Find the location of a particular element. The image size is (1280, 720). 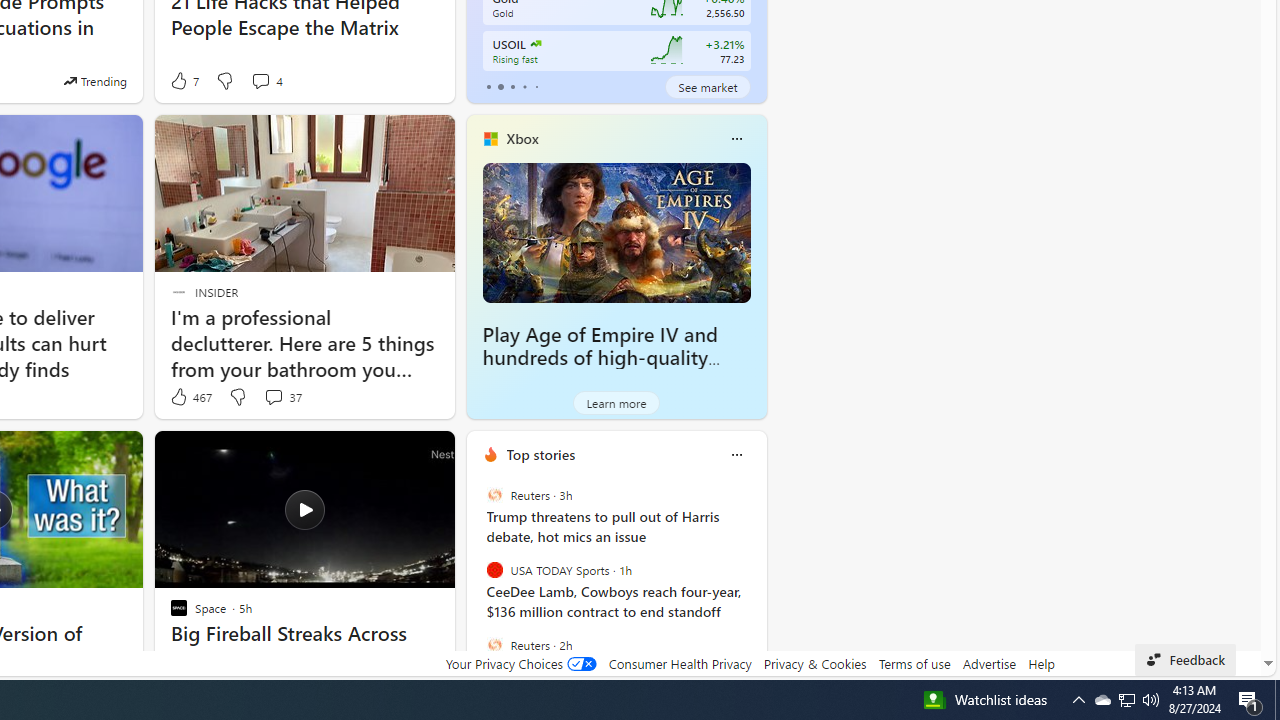

'View comments 4 Comment' is located at coordinates (259, 80).